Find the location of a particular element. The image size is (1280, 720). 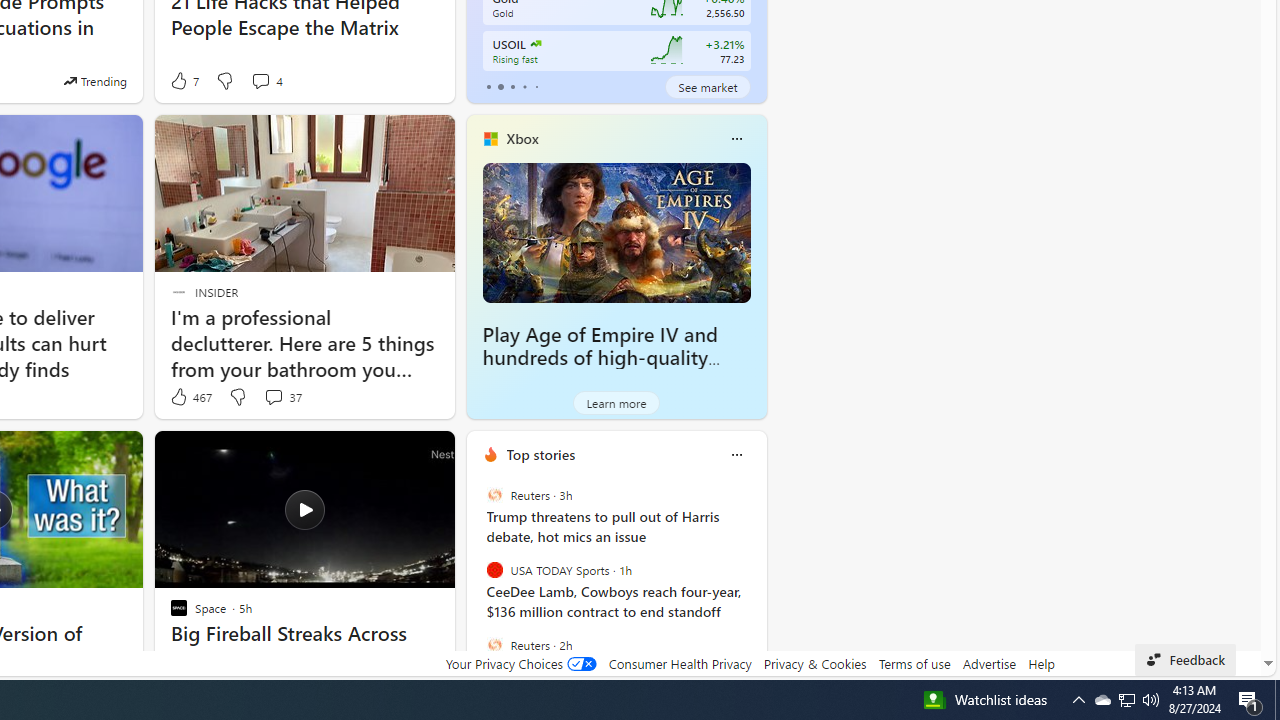

'View comments 4 Comment' is located at coordinates (259, 80).